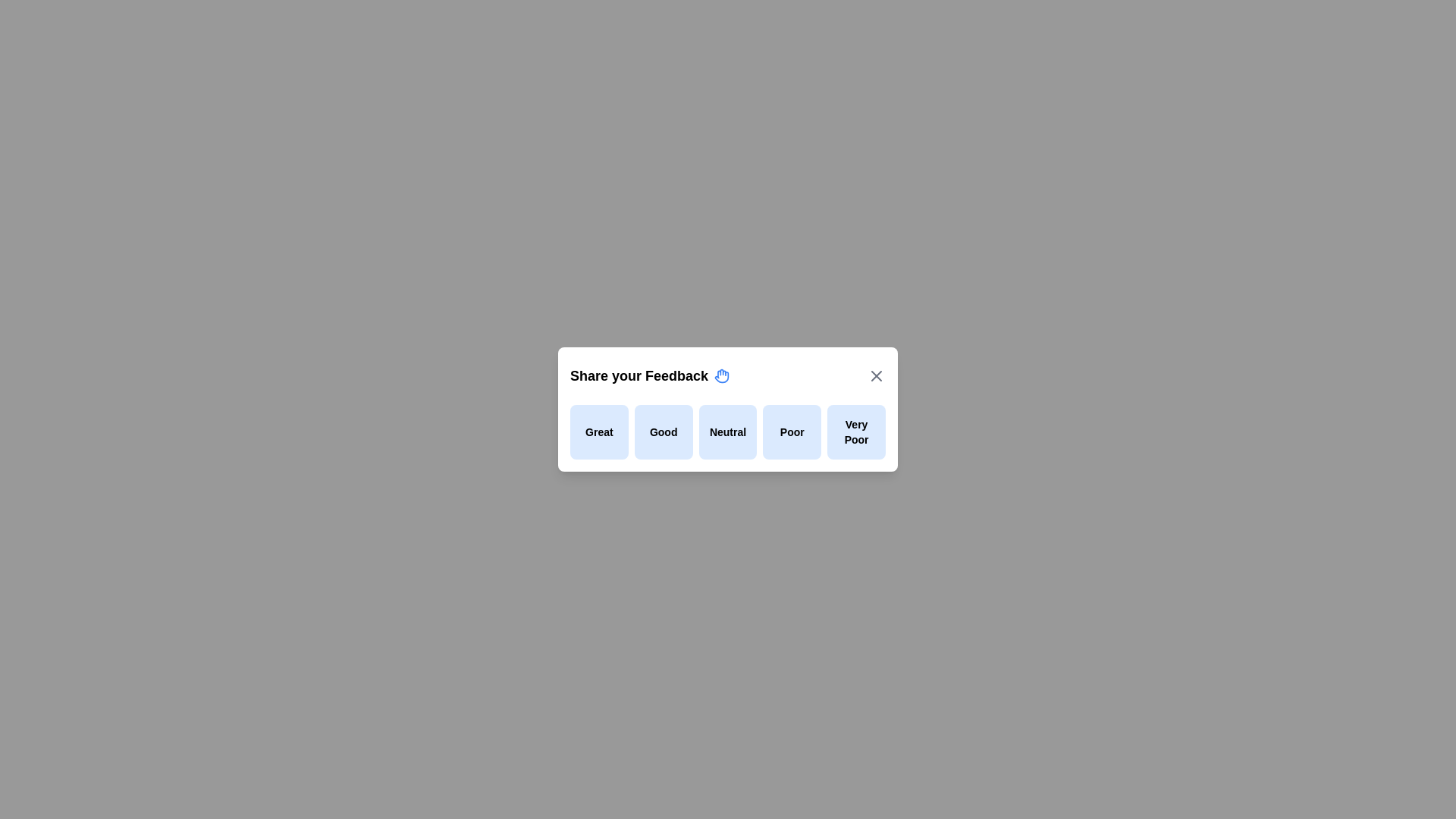 This screenshot has height=819, width=1456. Describe the element at coordinates (792, 432) in the screenshot. I see `the feedback option Poor` at that location.